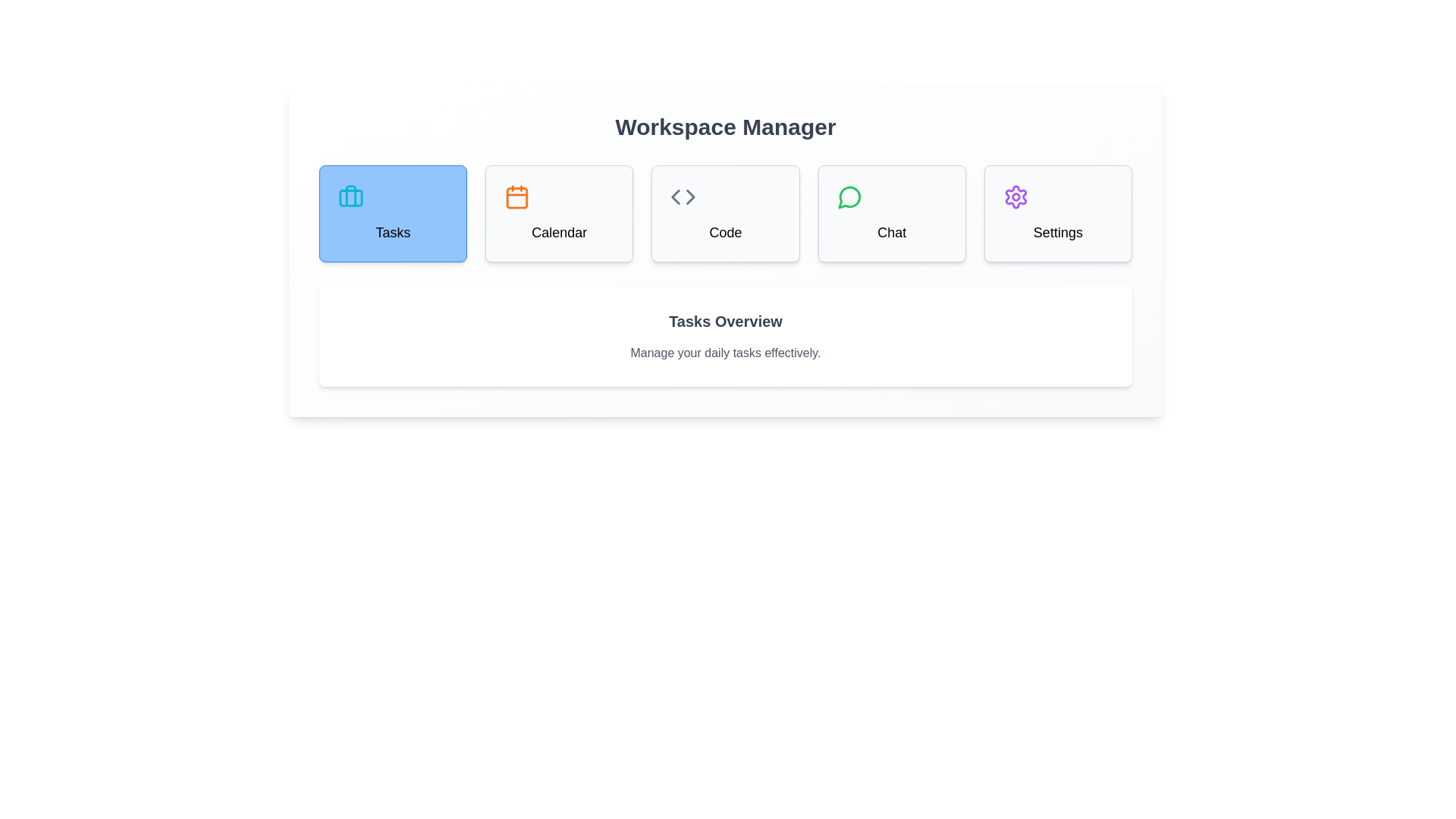  Describe the element at coordinates (1057, 213) in the screenshot. I see `the settings button located at the far right of the horizontally aligned list of buttons` at that location.